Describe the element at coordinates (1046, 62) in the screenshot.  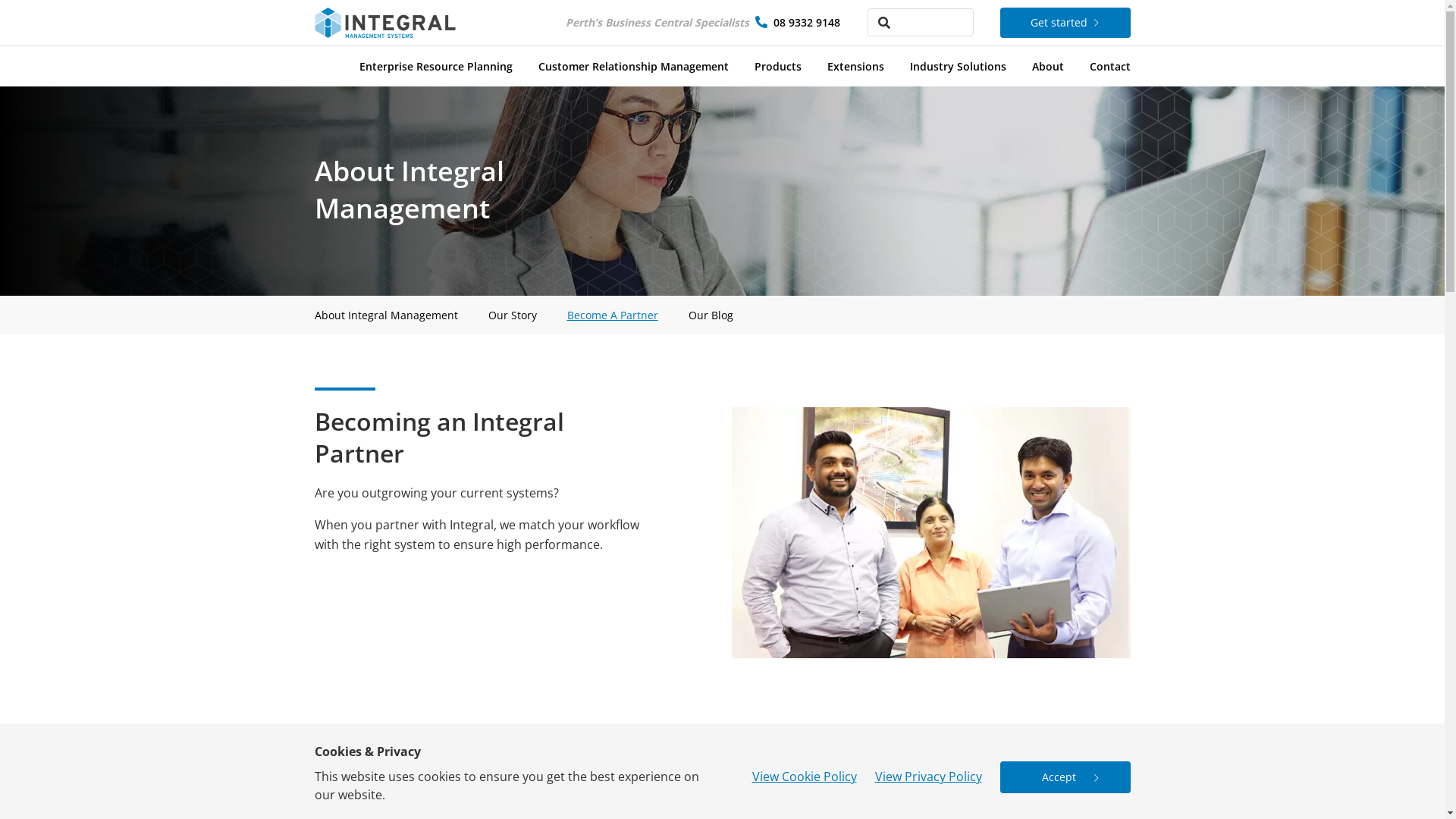
I see `'About'` at that location.